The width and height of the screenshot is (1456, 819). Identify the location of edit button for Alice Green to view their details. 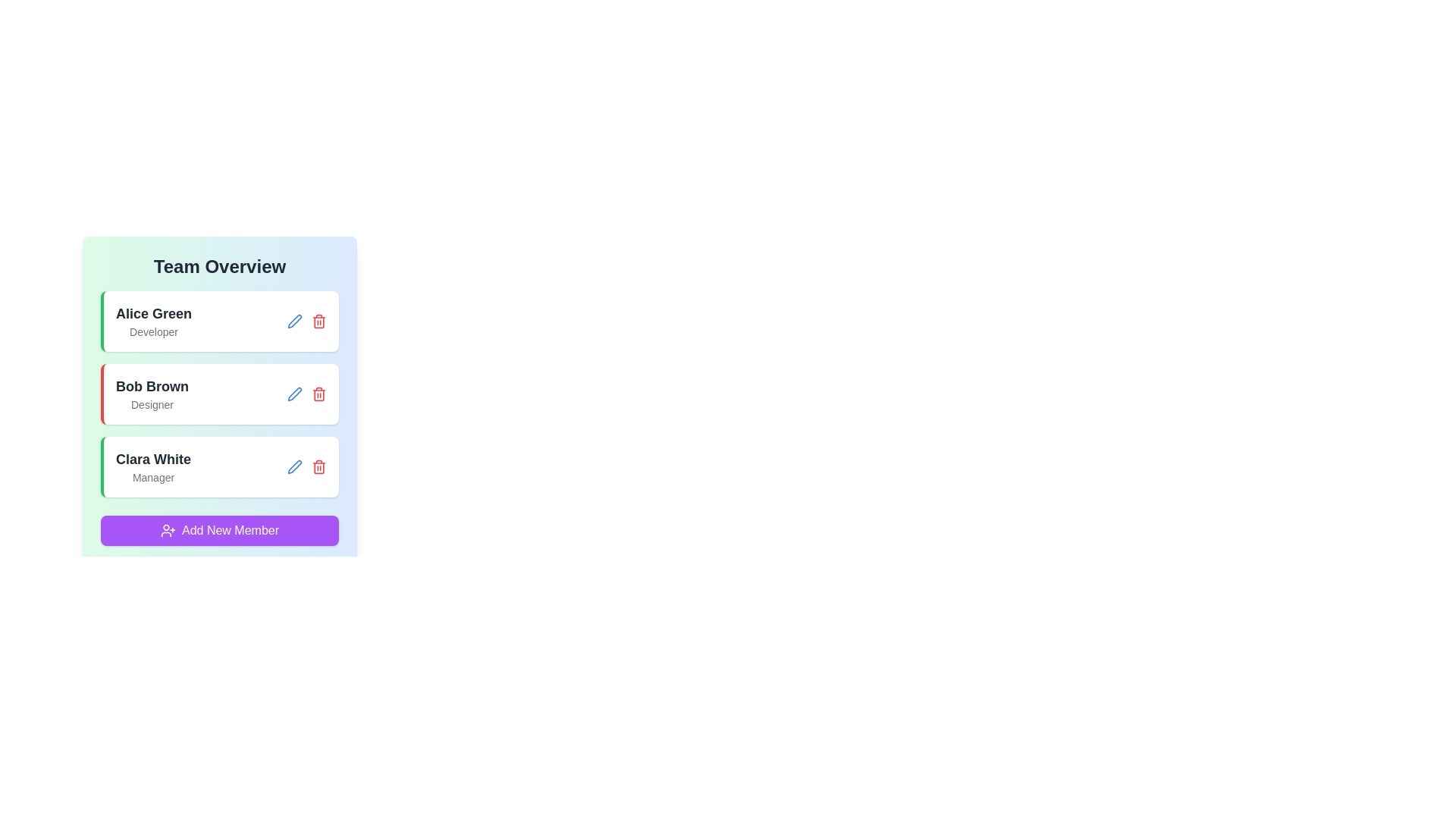
(294, 321).